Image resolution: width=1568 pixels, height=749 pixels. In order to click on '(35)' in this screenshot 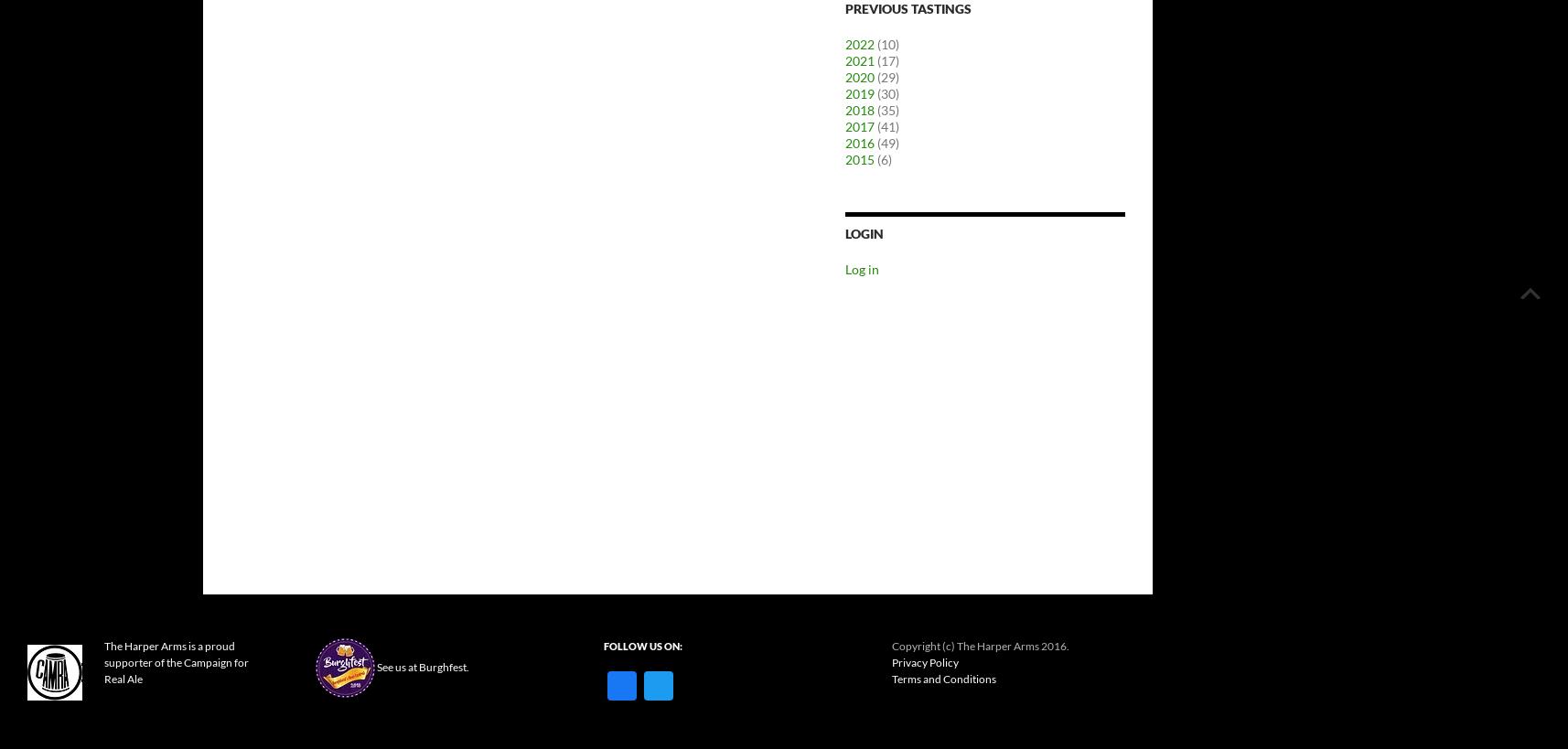, I will do `click(886, 109)`.